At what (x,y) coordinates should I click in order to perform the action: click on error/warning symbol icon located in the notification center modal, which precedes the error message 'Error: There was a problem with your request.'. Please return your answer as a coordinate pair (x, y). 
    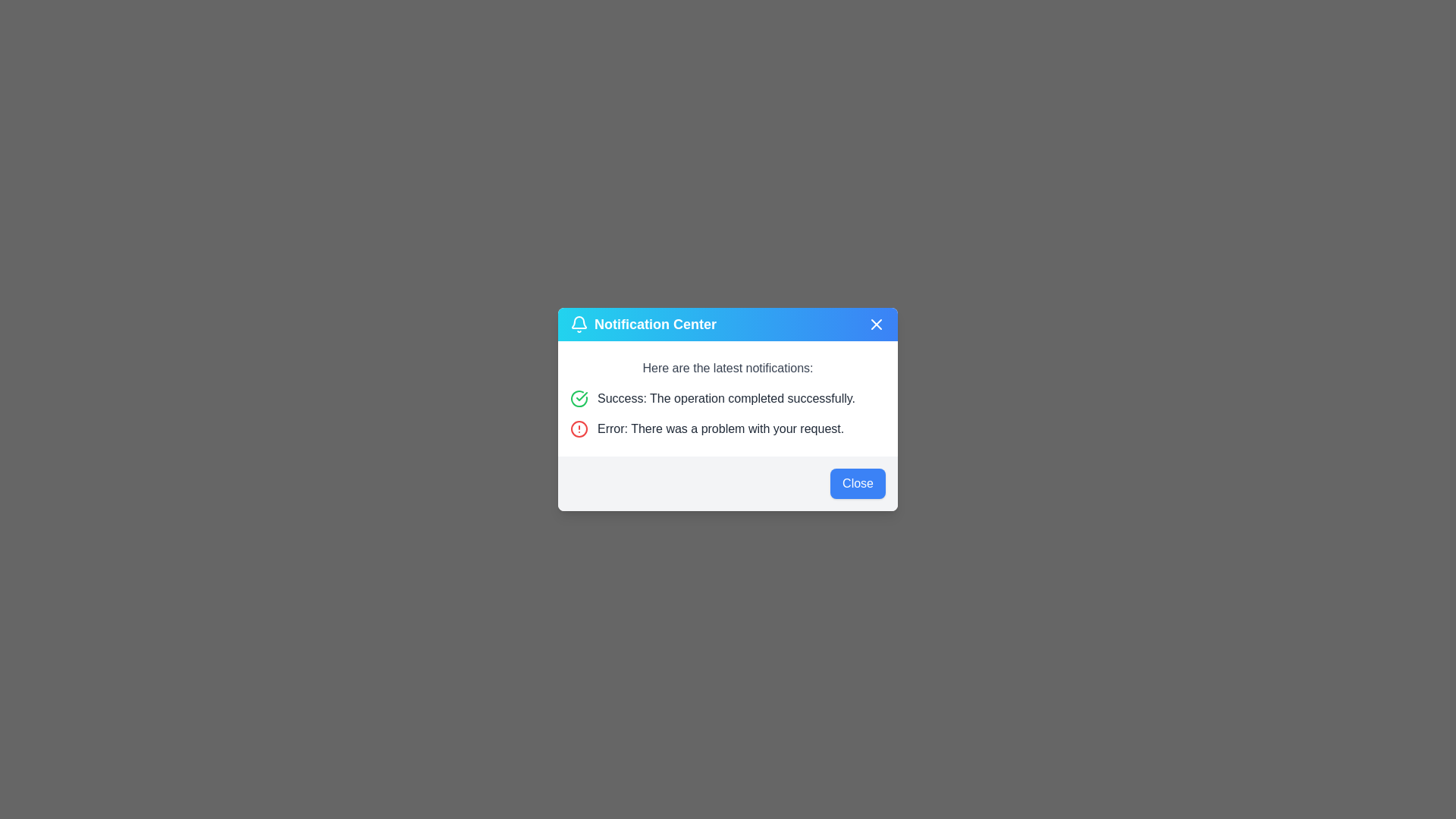
    Looking at the image, I should click on (578, 429).